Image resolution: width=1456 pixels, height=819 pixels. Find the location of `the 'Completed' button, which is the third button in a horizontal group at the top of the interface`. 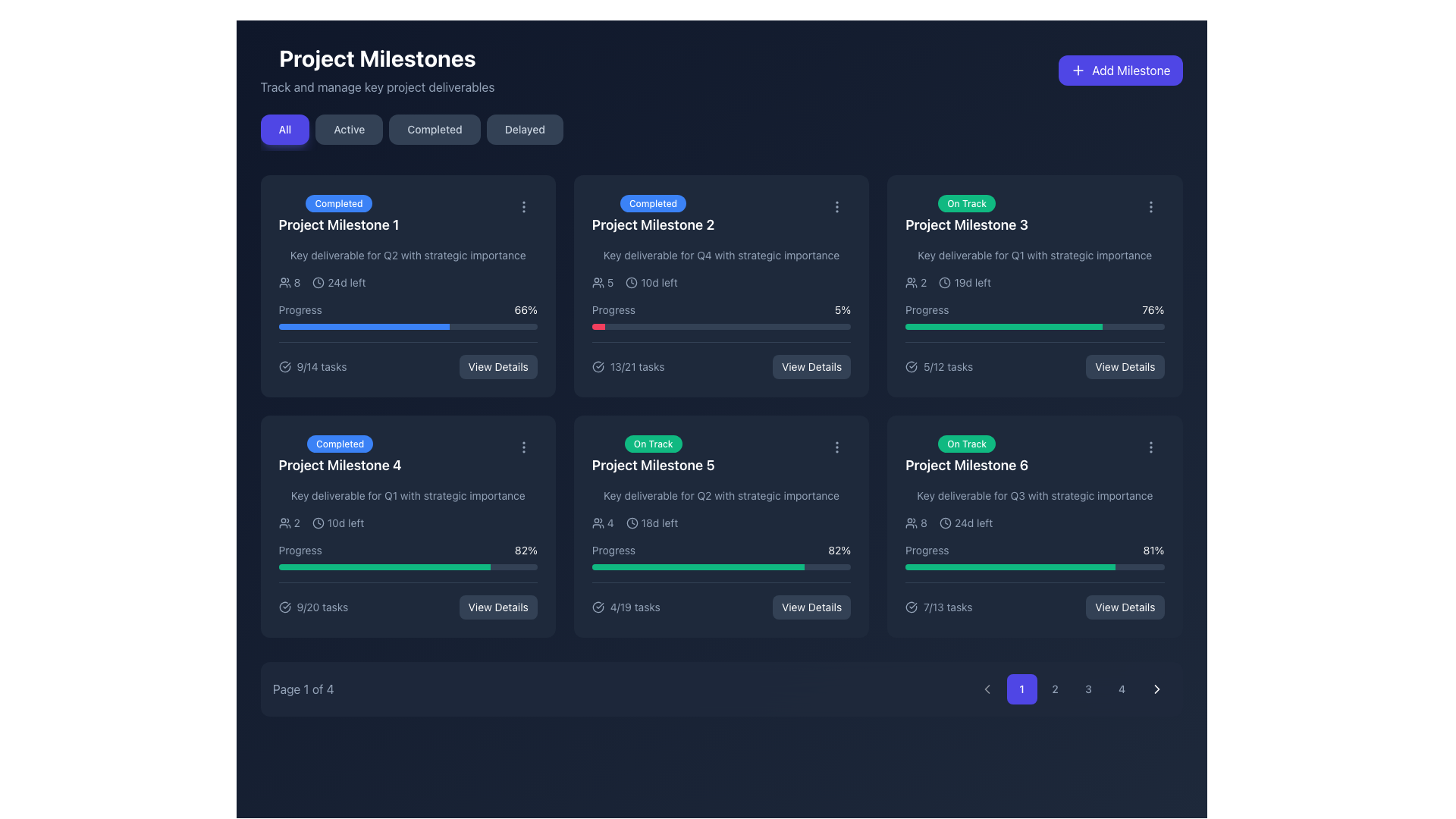

the 'Completed' button, which is the third button in a horizontal group at the top of the interface is located at coordinates (434, 128).